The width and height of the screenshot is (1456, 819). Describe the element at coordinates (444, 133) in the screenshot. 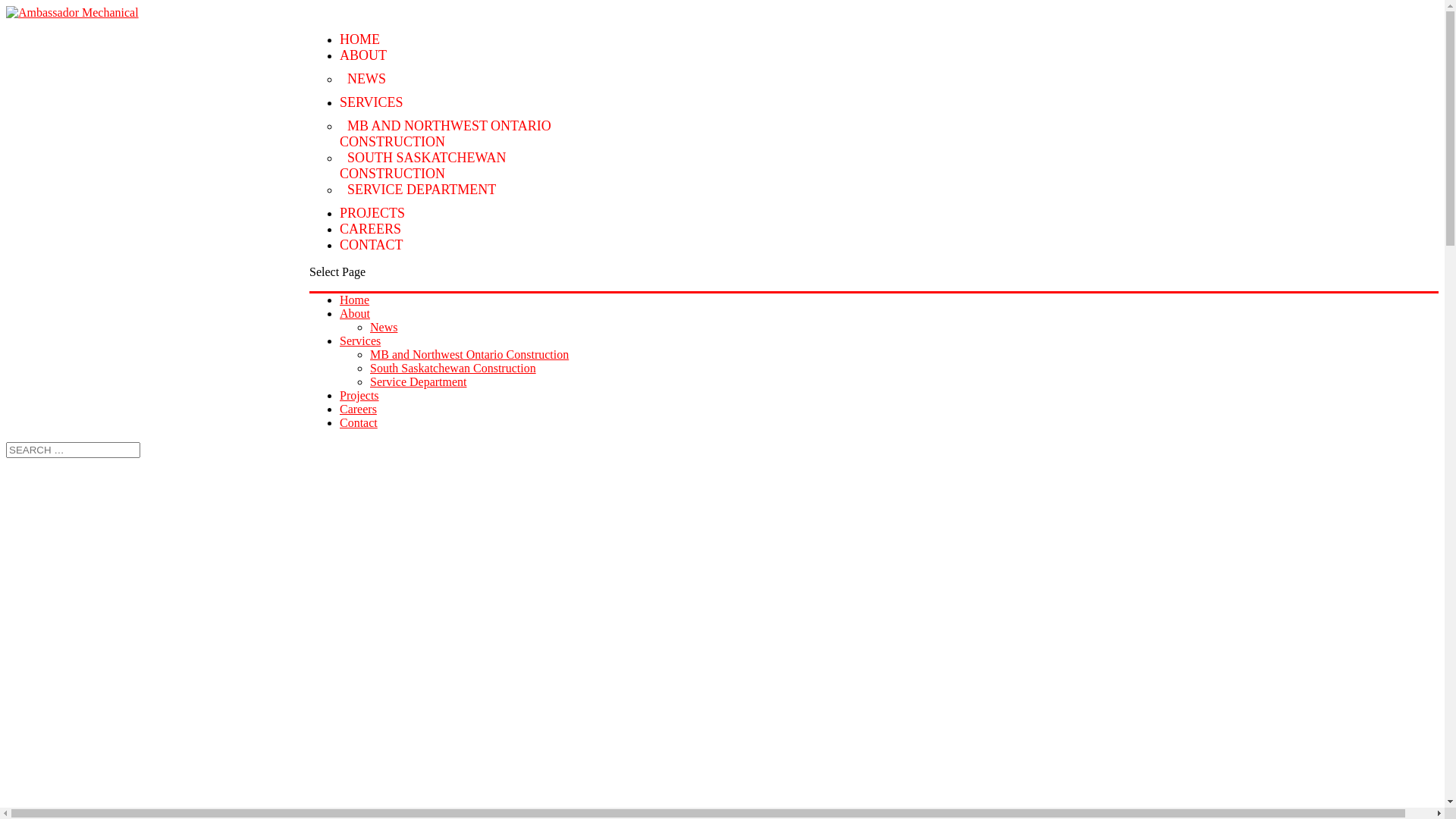

I see `'MB AND NORTHWEST ONTARIO CONSTRUCTION'` at that location.